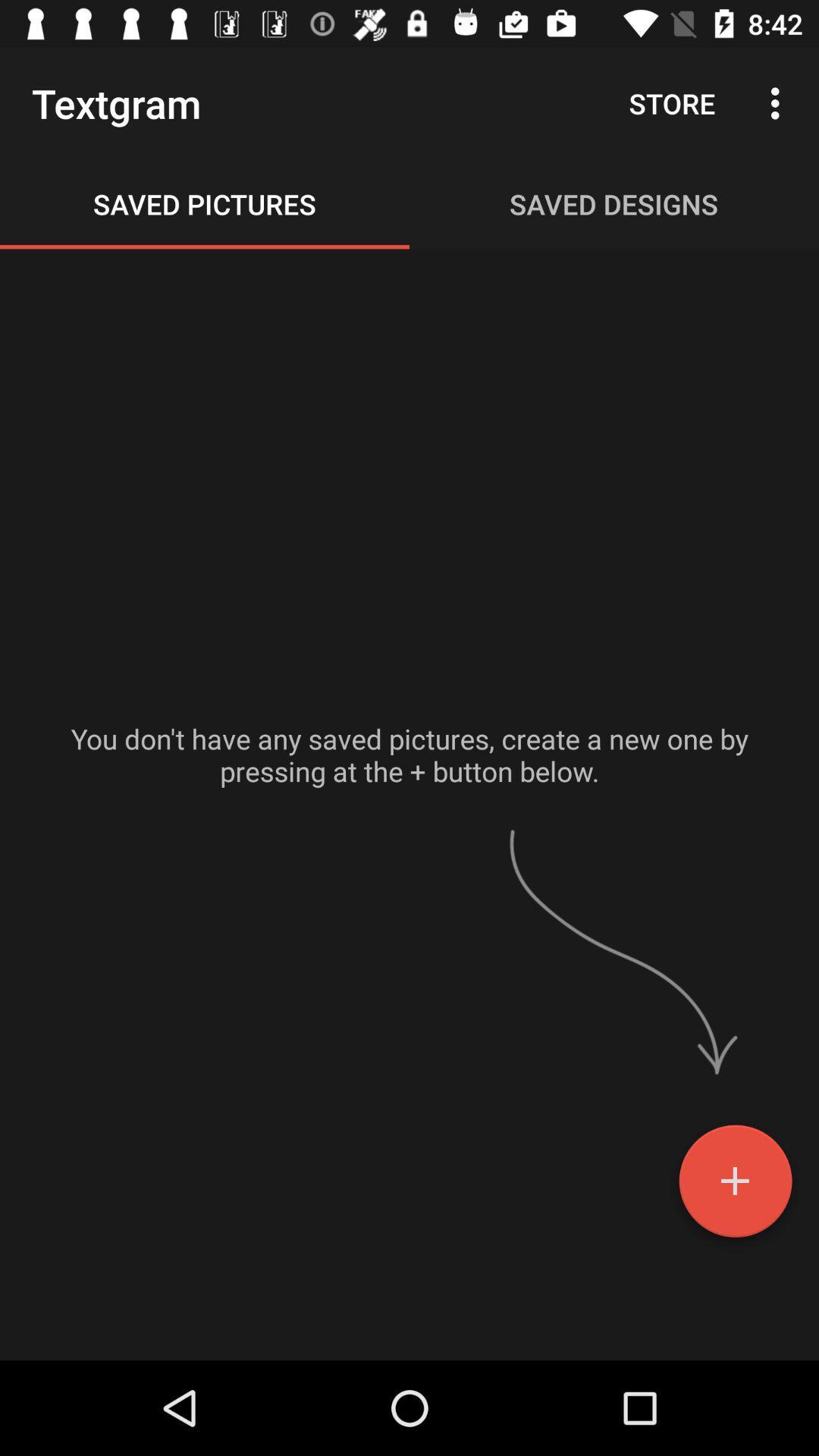 The image size is (819, 1456). Describe the element at coordinates (671, 102) in the screenshot. I see `the store` at that location.